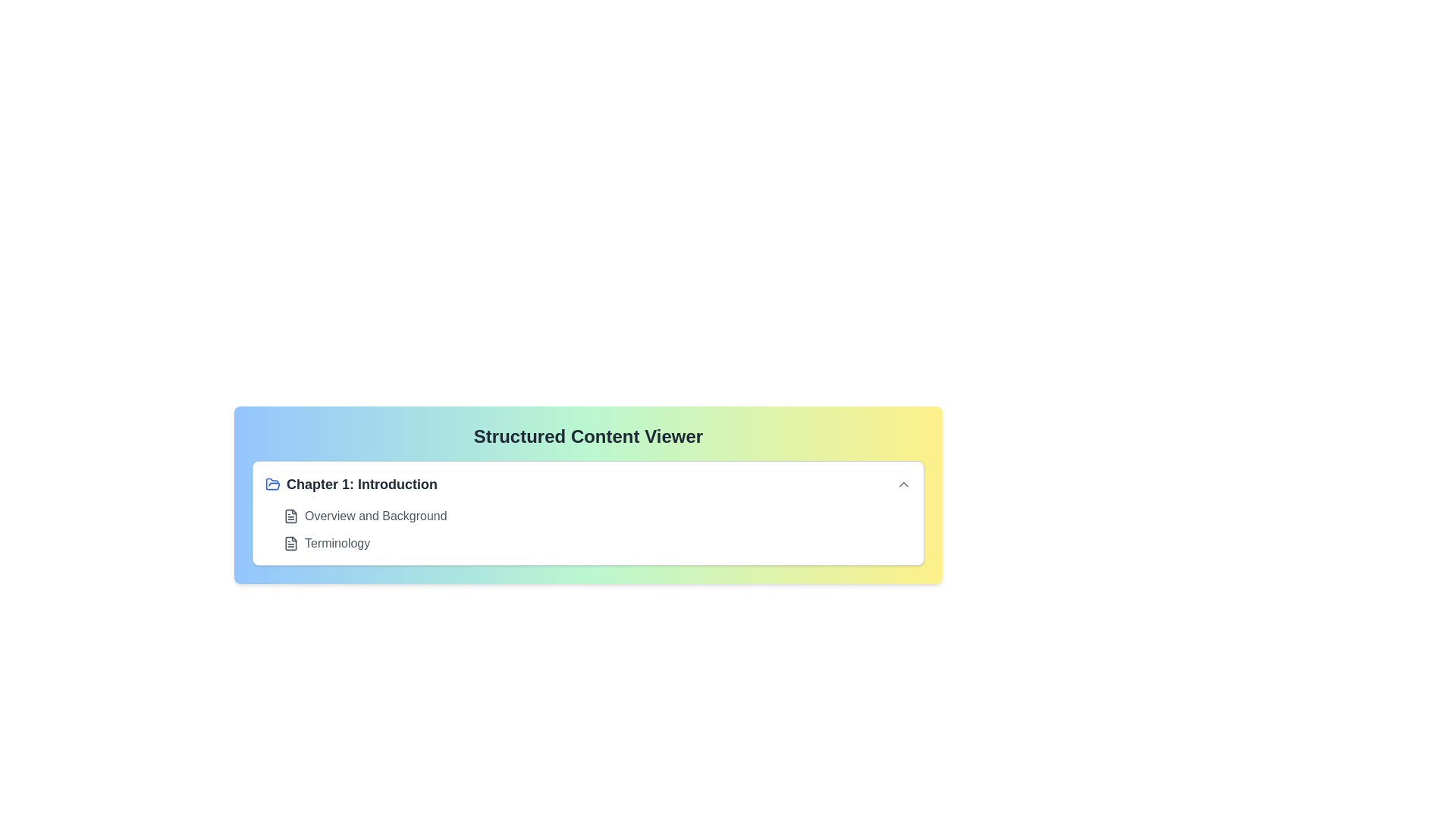  Describe the element at coordinates (291, 516) in the screenshot. I see `the small gray file document icon located next to the 'Overview and Background' text in the first chapter of the structured content viewer` at that location.